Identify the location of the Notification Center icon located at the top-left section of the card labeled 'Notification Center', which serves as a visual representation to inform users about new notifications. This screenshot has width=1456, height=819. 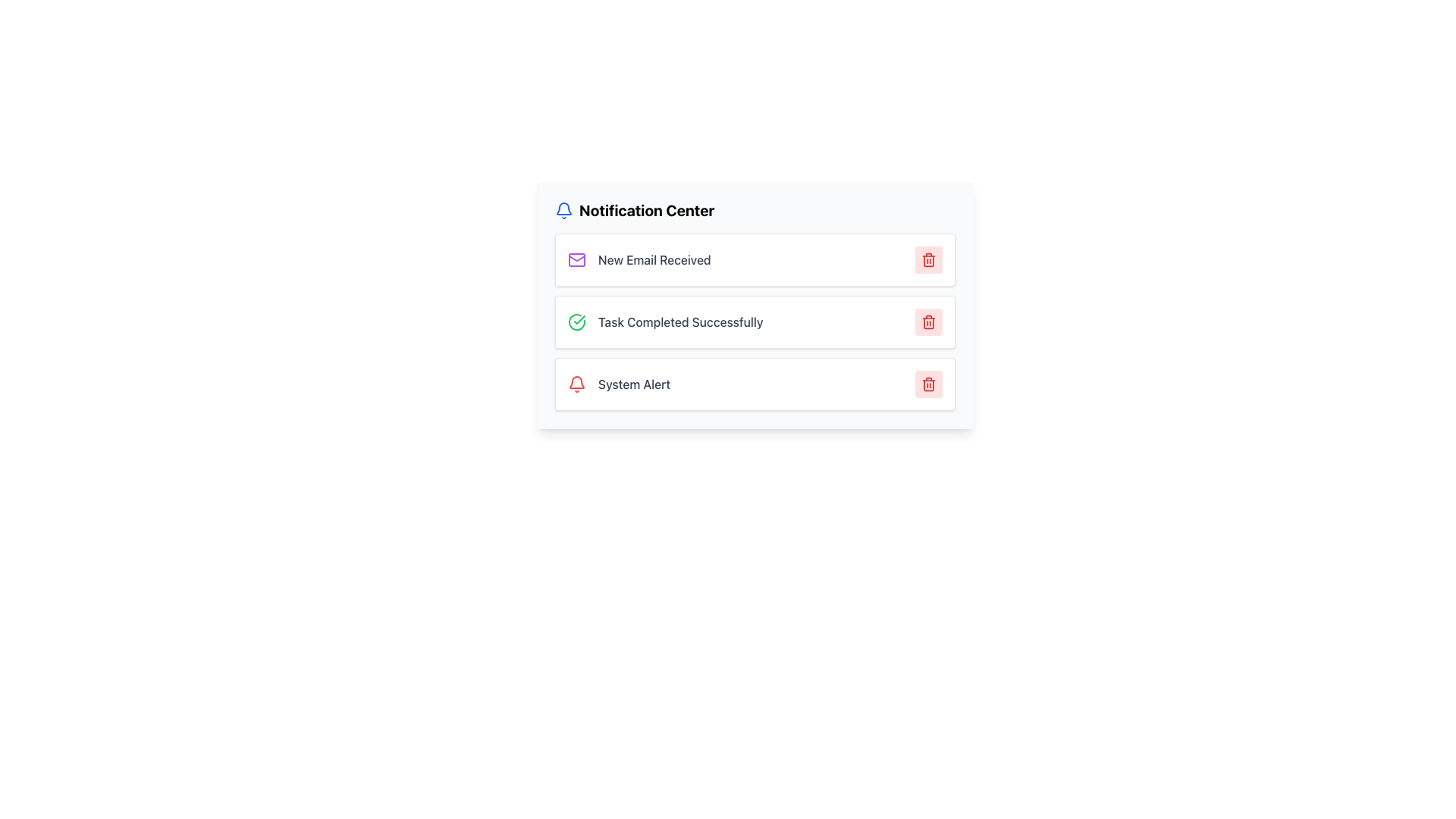
(563, 210).